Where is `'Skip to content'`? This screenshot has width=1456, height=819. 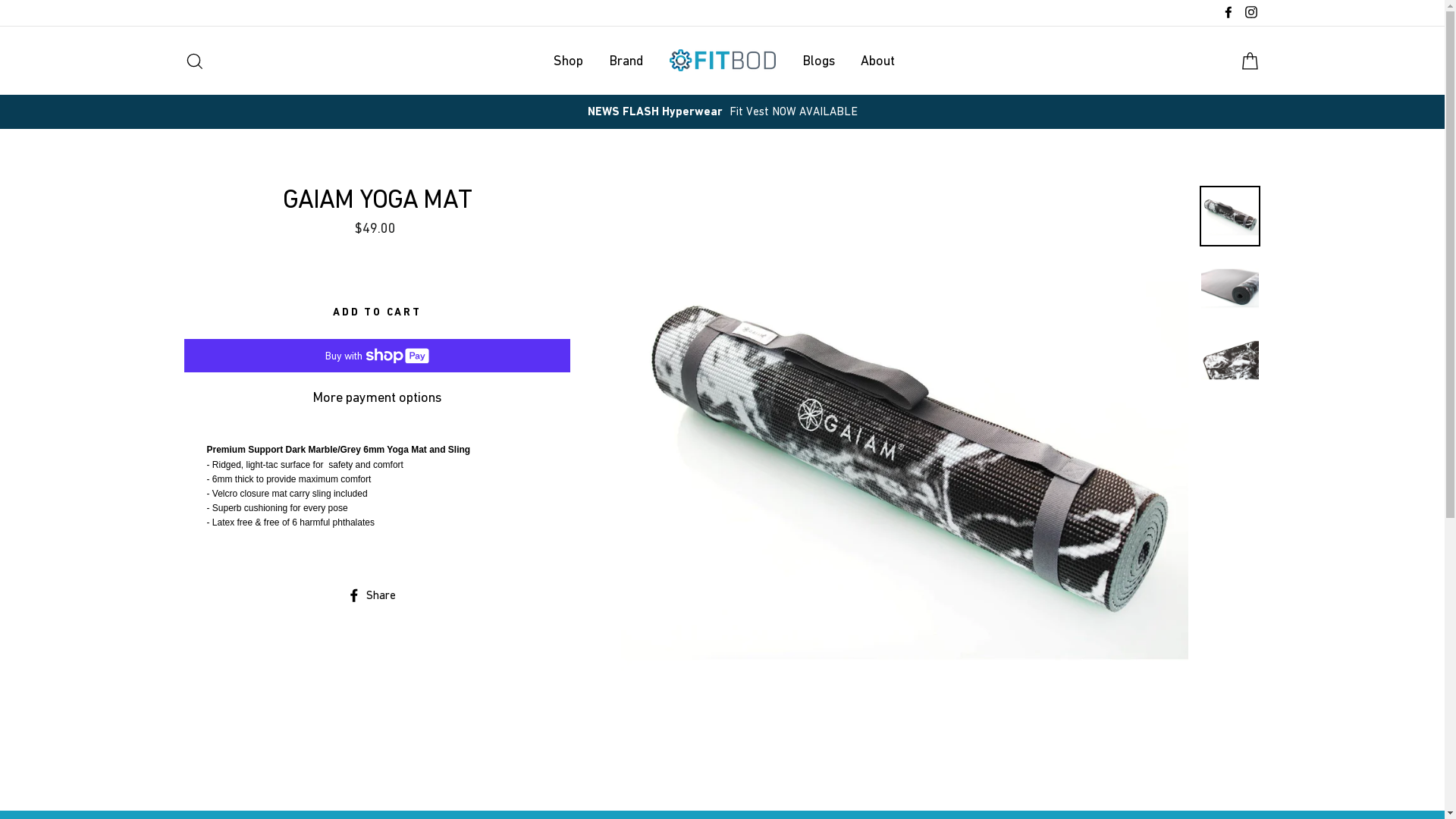
'Skip to content' is located at coordinates (0, 0).